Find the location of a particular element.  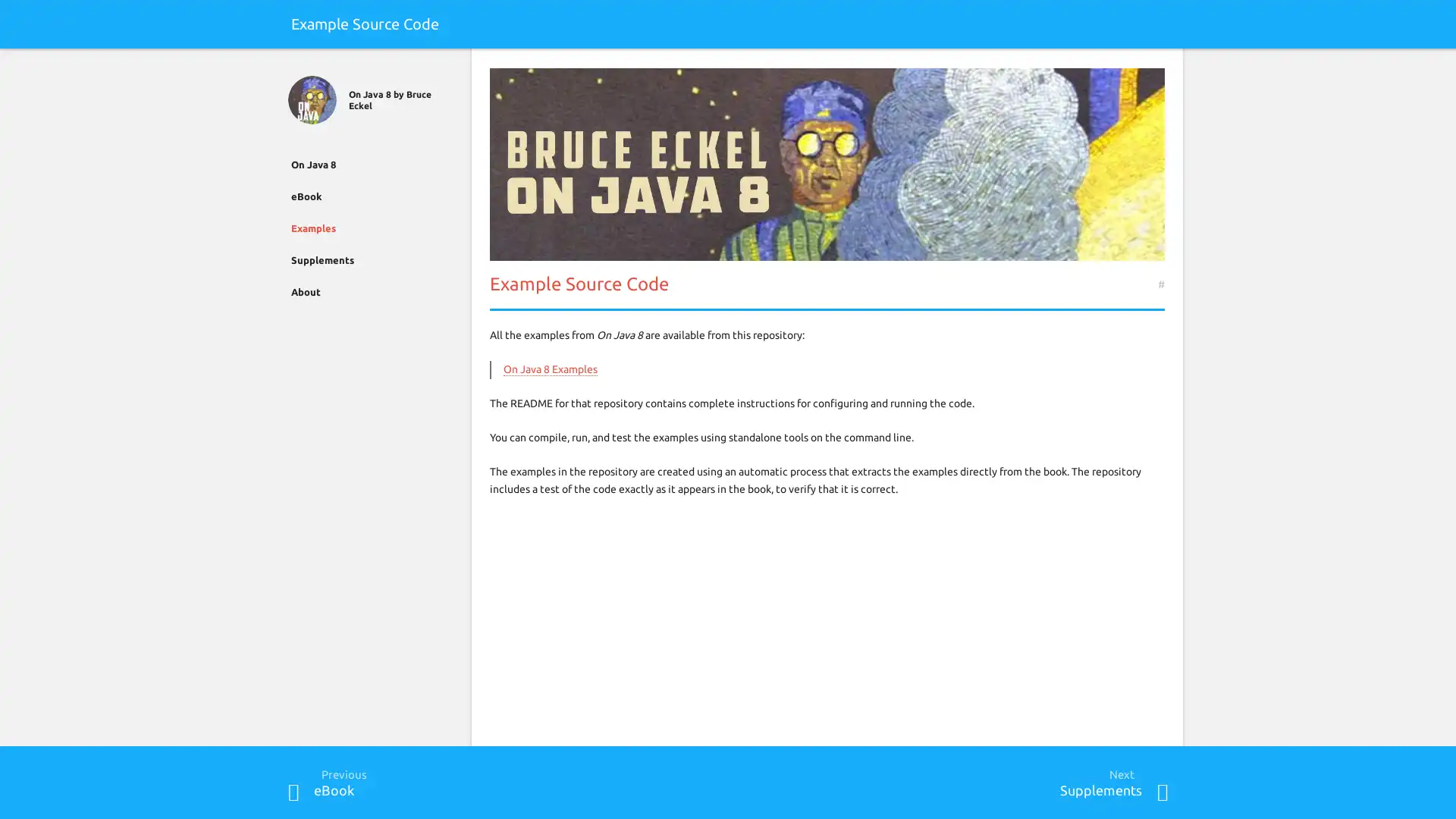

Close is located at coordinates (293, 66).